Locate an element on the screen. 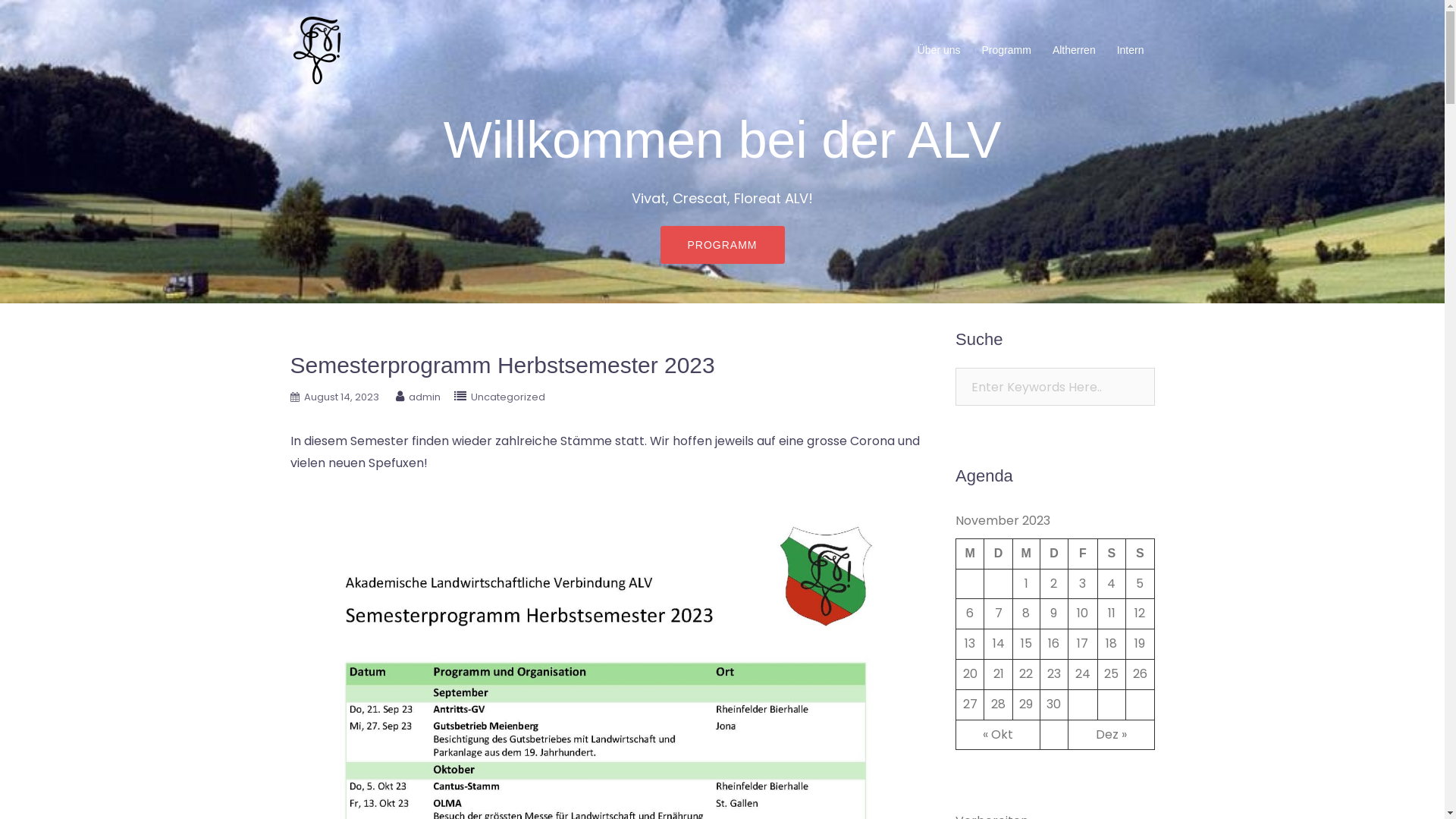  'Programm' is located at coordinates (1006, 49).